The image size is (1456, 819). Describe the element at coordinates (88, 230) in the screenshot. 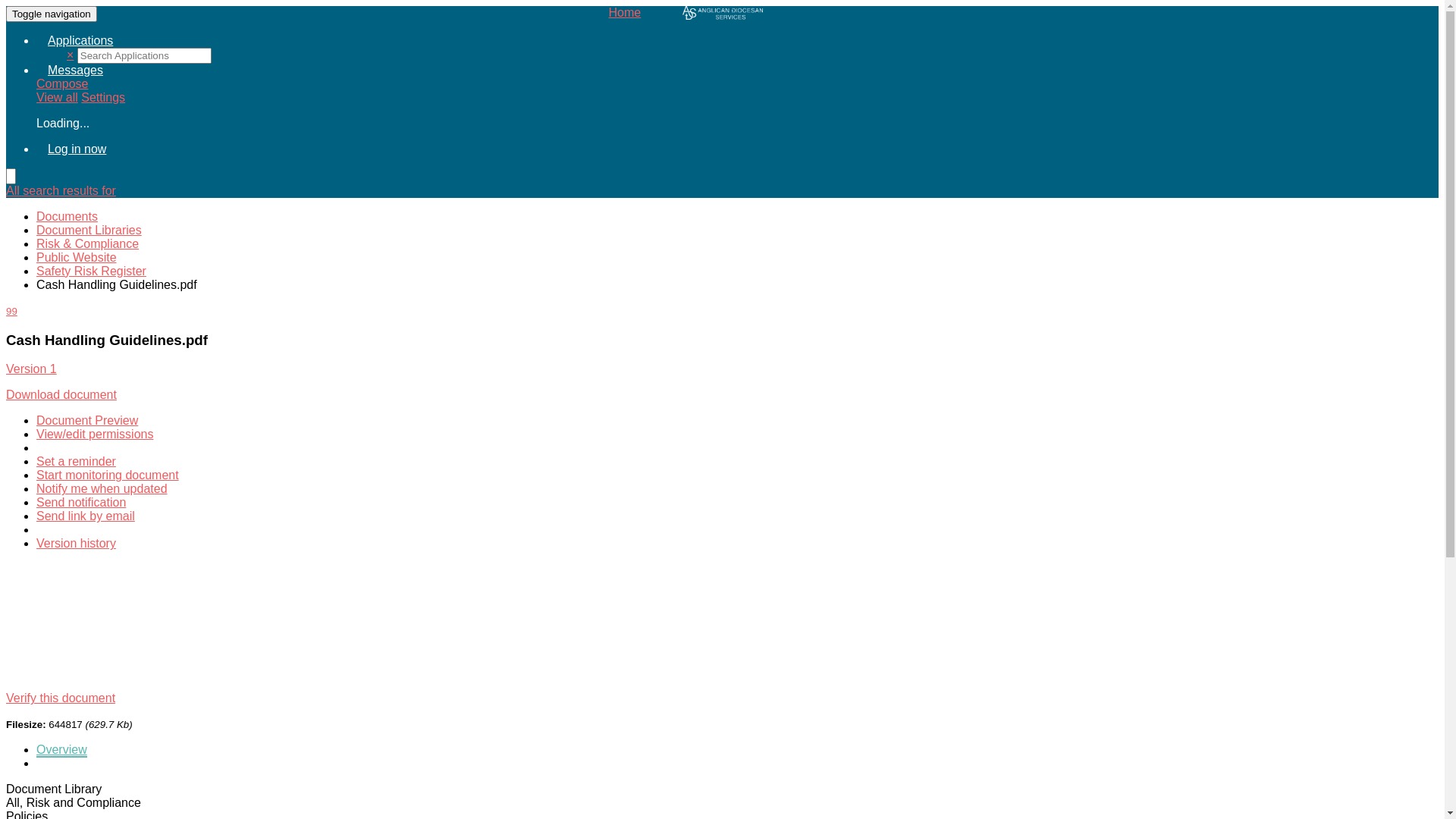

I see `'Document Libraries'` at that location.